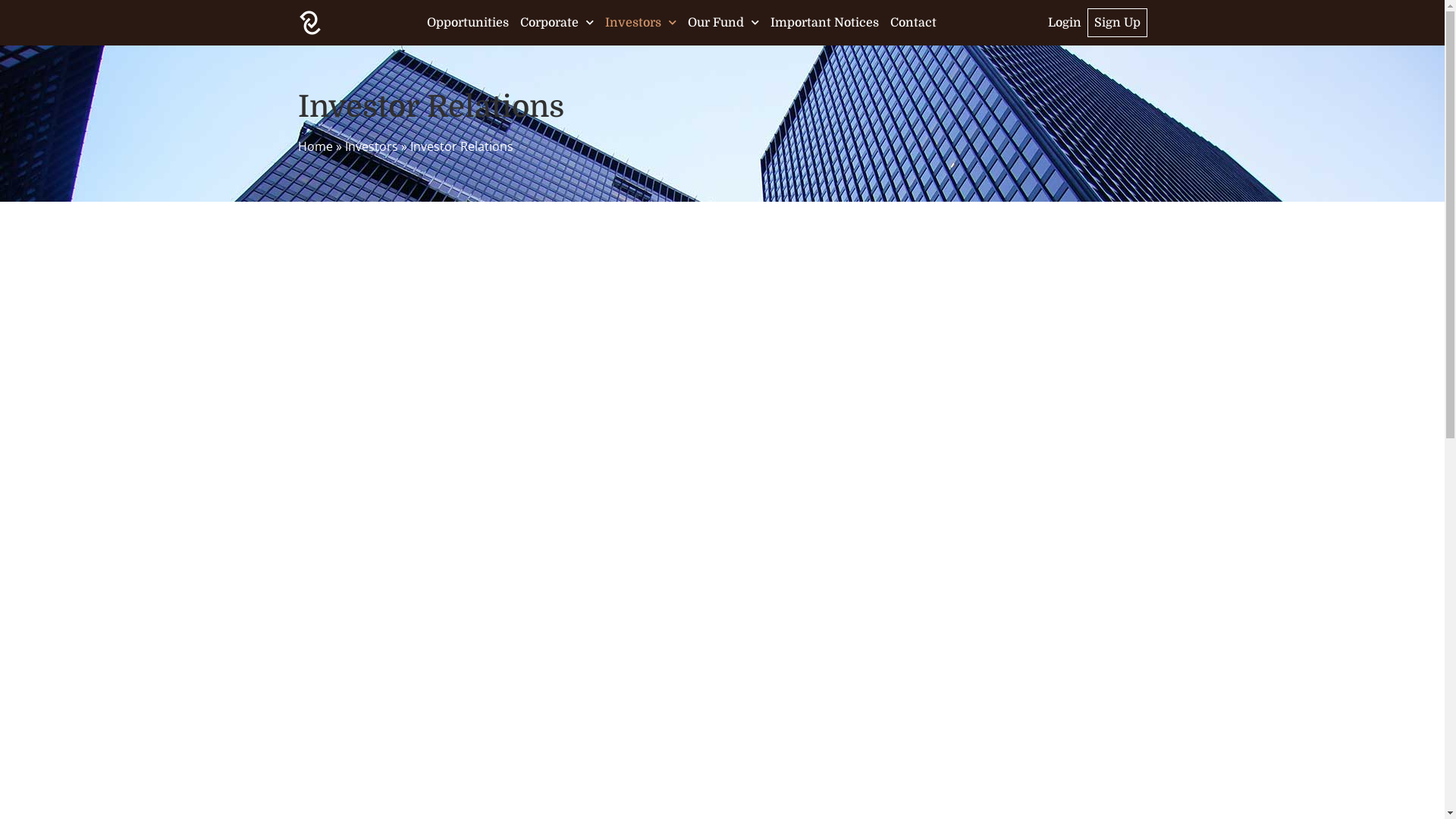  I want to click on 'Contact', so click(912, 23).